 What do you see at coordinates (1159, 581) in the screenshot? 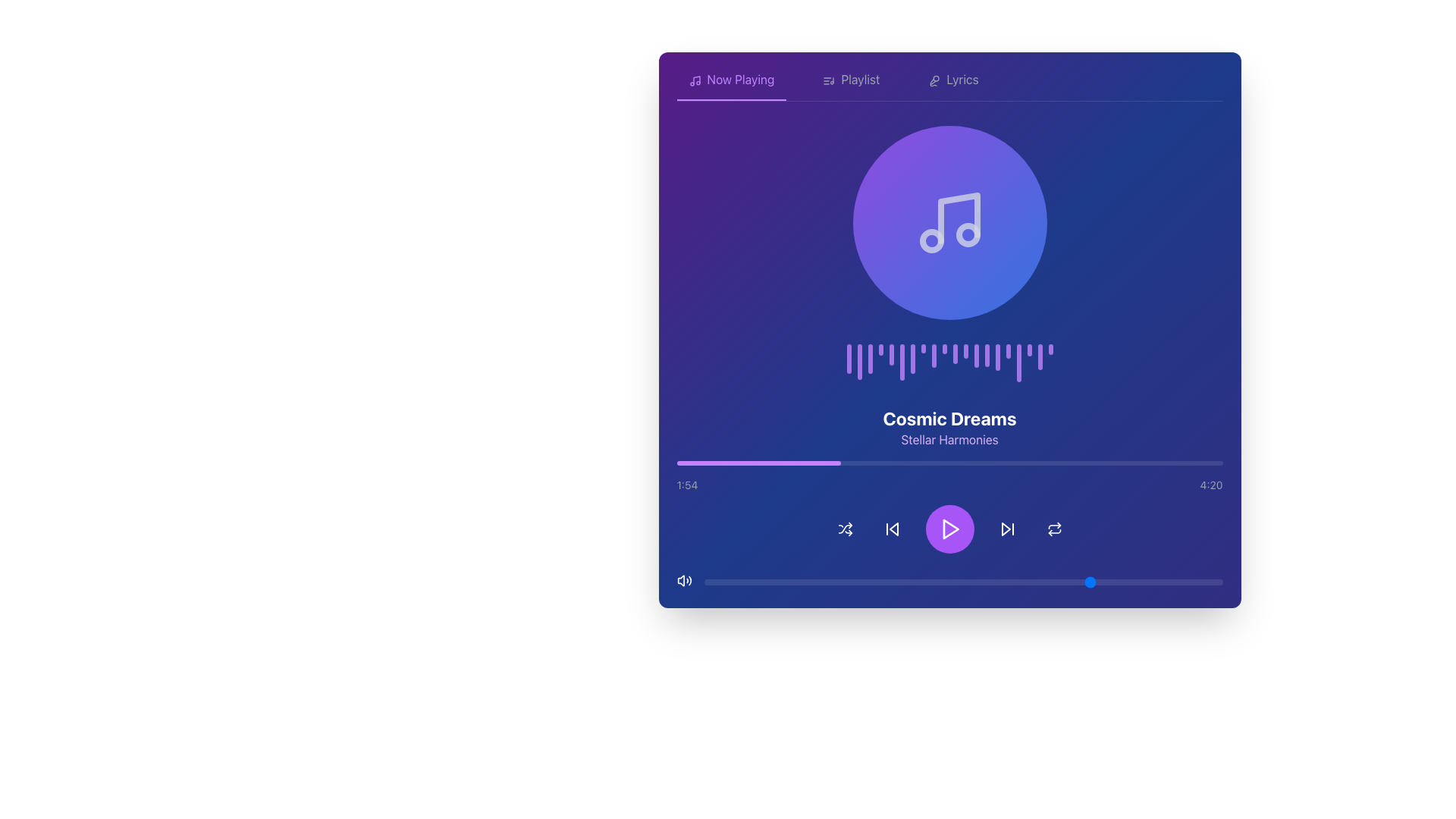
I see `the slider` at bounding box center [1159, 581].